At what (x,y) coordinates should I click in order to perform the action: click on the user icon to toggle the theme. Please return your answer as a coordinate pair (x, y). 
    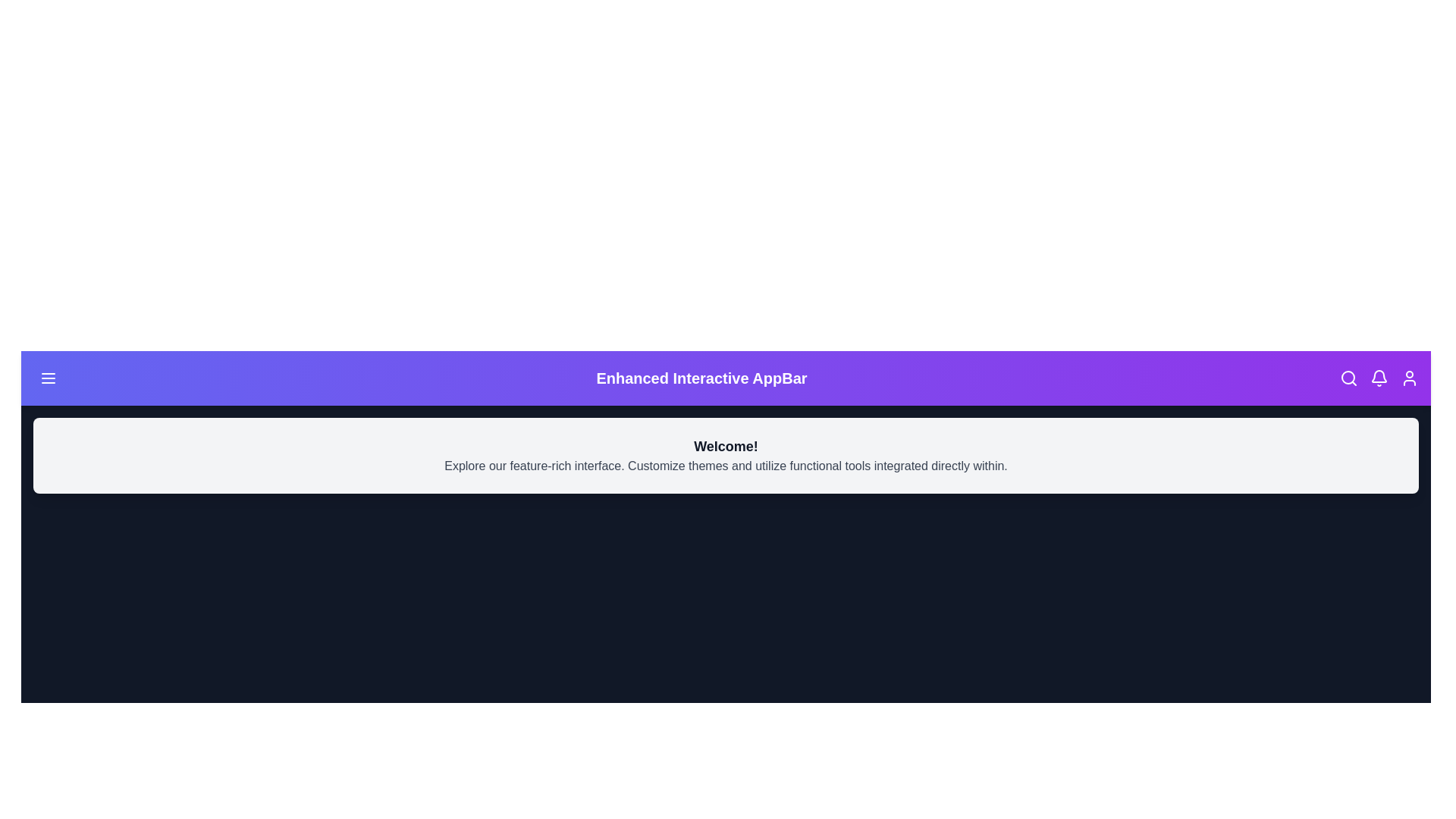
    Looking at the image, I should click on (1408, 377).